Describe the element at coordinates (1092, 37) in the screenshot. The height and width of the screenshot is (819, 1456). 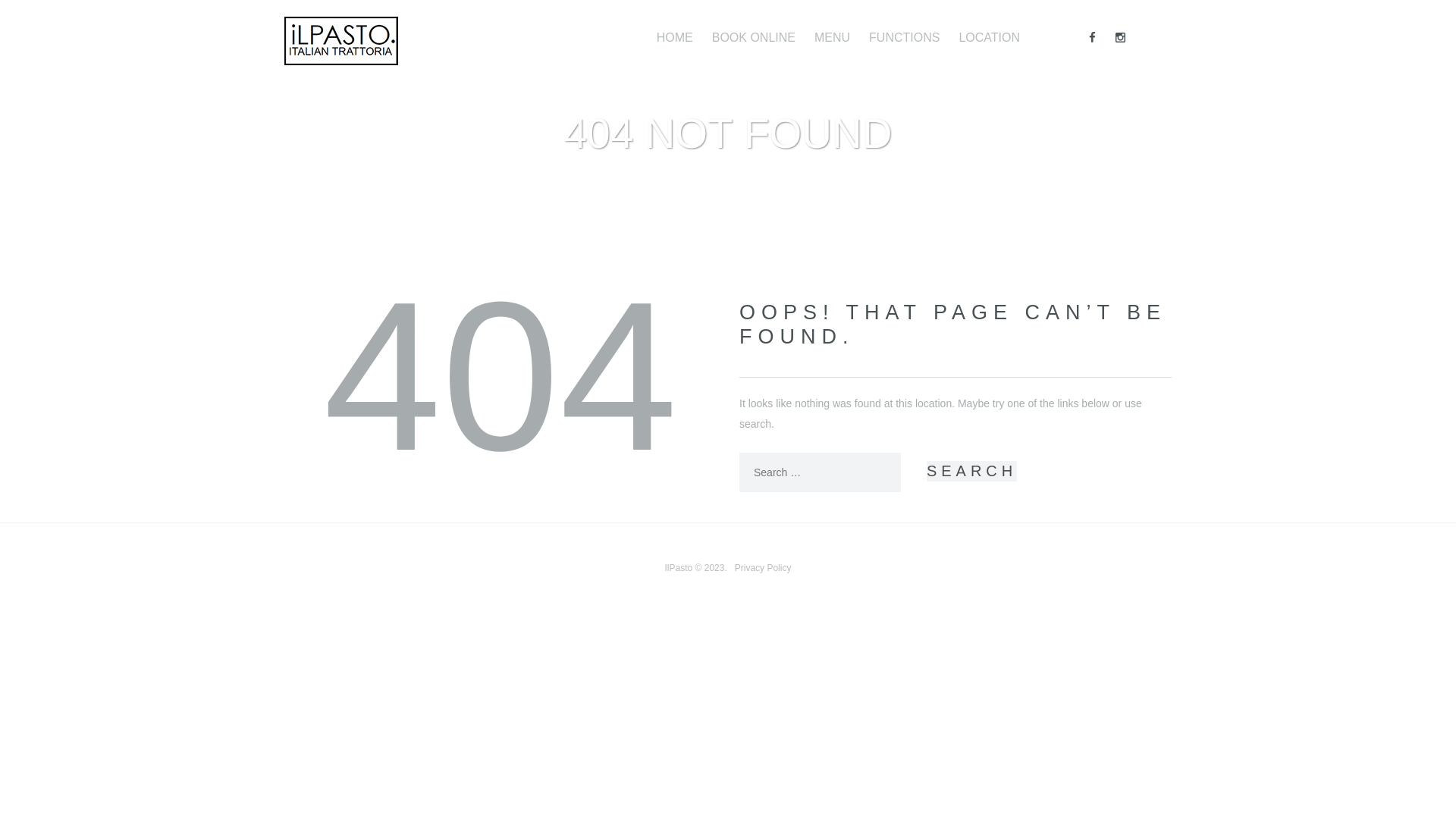
I see `'Facebook'` at that location.